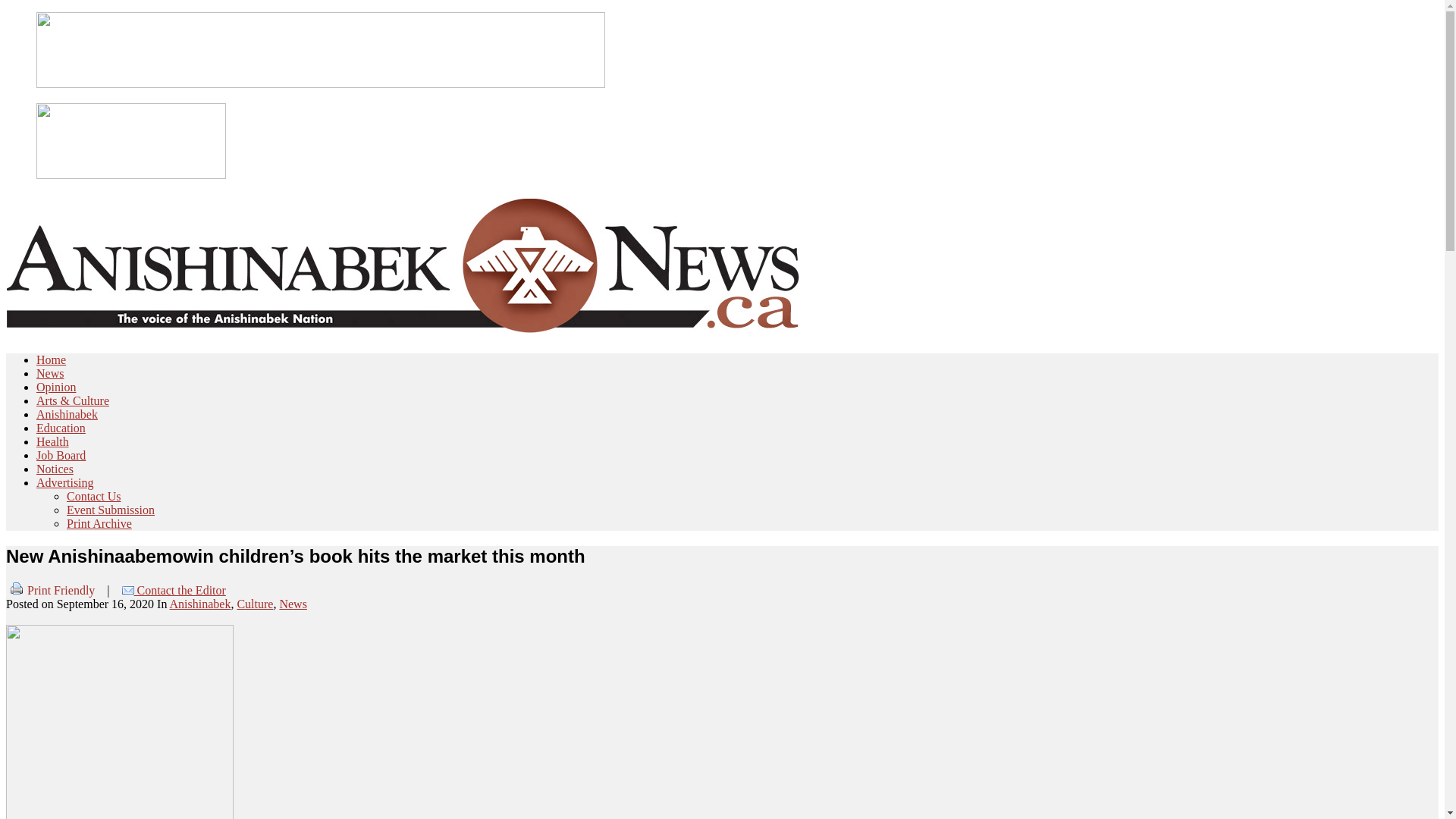 This screenshot has width=1456, height=819. Describe the element at coordinates (174, 589) in the screenshot. I see `' Contact the Editor'` at that location.